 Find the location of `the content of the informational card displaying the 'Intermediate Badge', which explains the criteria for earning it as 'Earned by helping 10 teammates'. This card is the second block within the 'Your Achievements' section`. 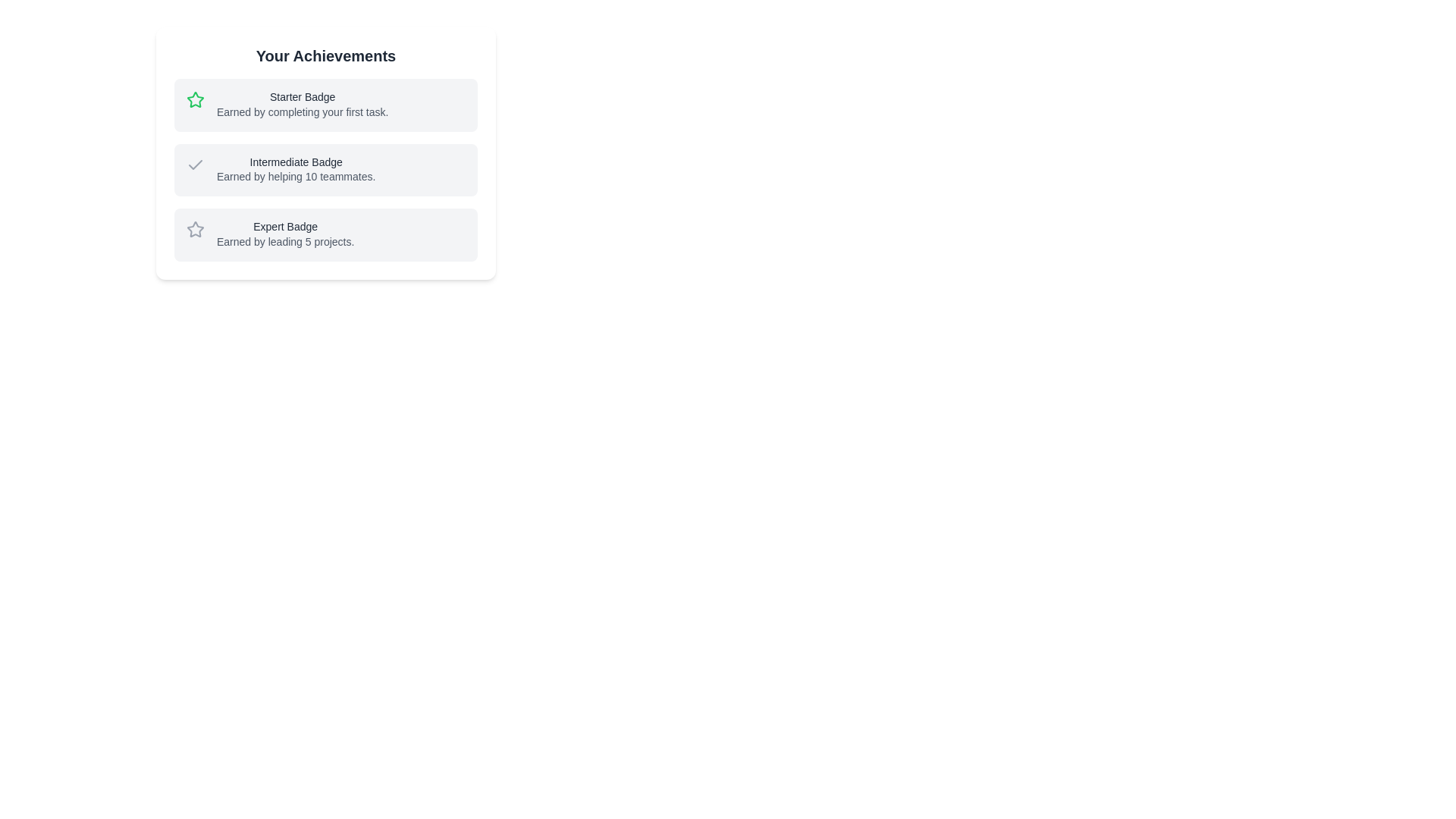

the content of the informational card displaying the 'Intermediate Badge', which explains the criteria for earning it as 'Earned by helping 10 teammates'. This card is the second block within the 'Your Achievements' section is located at coordinates (325, 152).